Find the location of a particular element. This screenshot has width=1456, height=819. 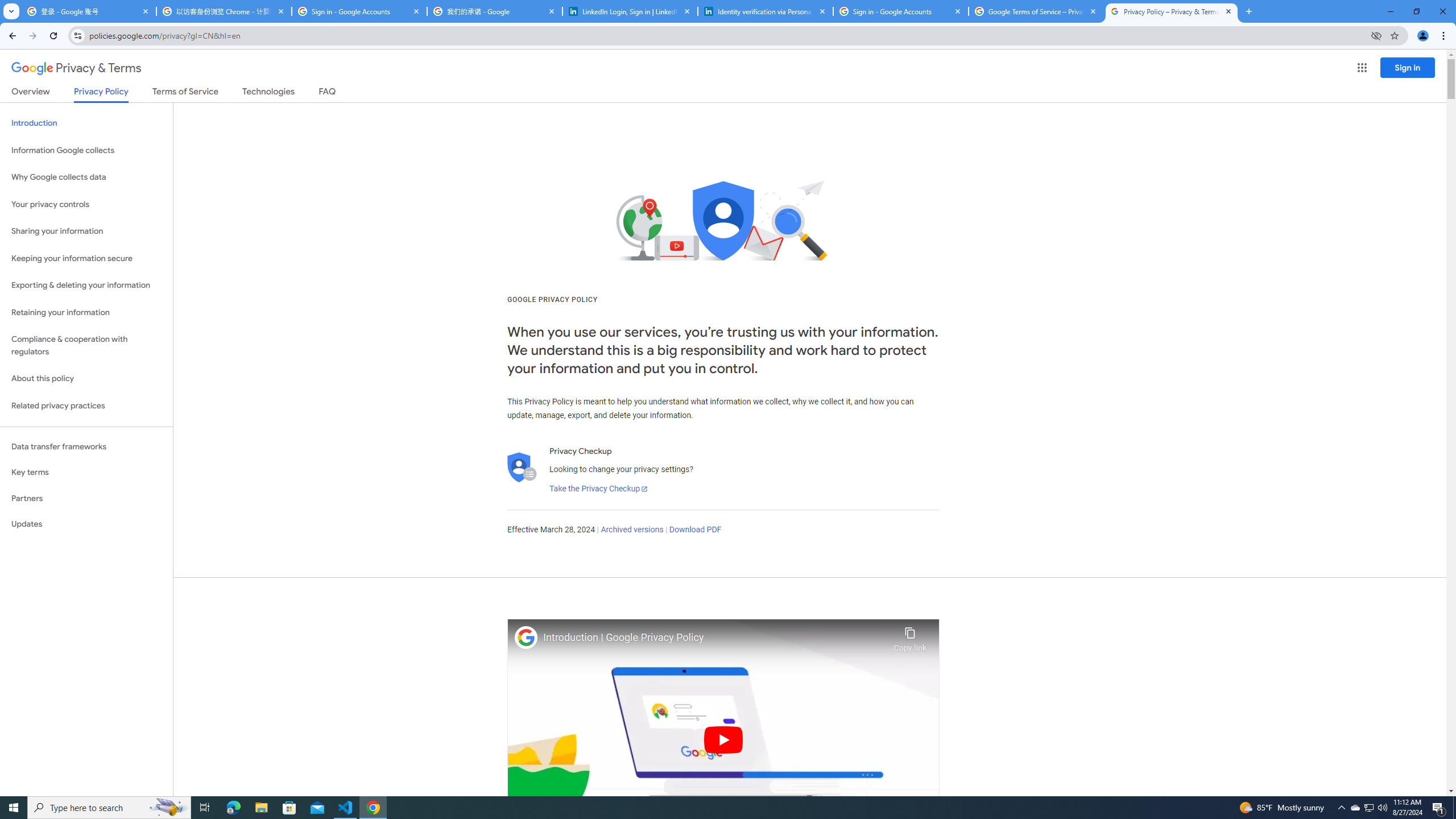

'Why Google collects data' is located at coordinates (86, 176).